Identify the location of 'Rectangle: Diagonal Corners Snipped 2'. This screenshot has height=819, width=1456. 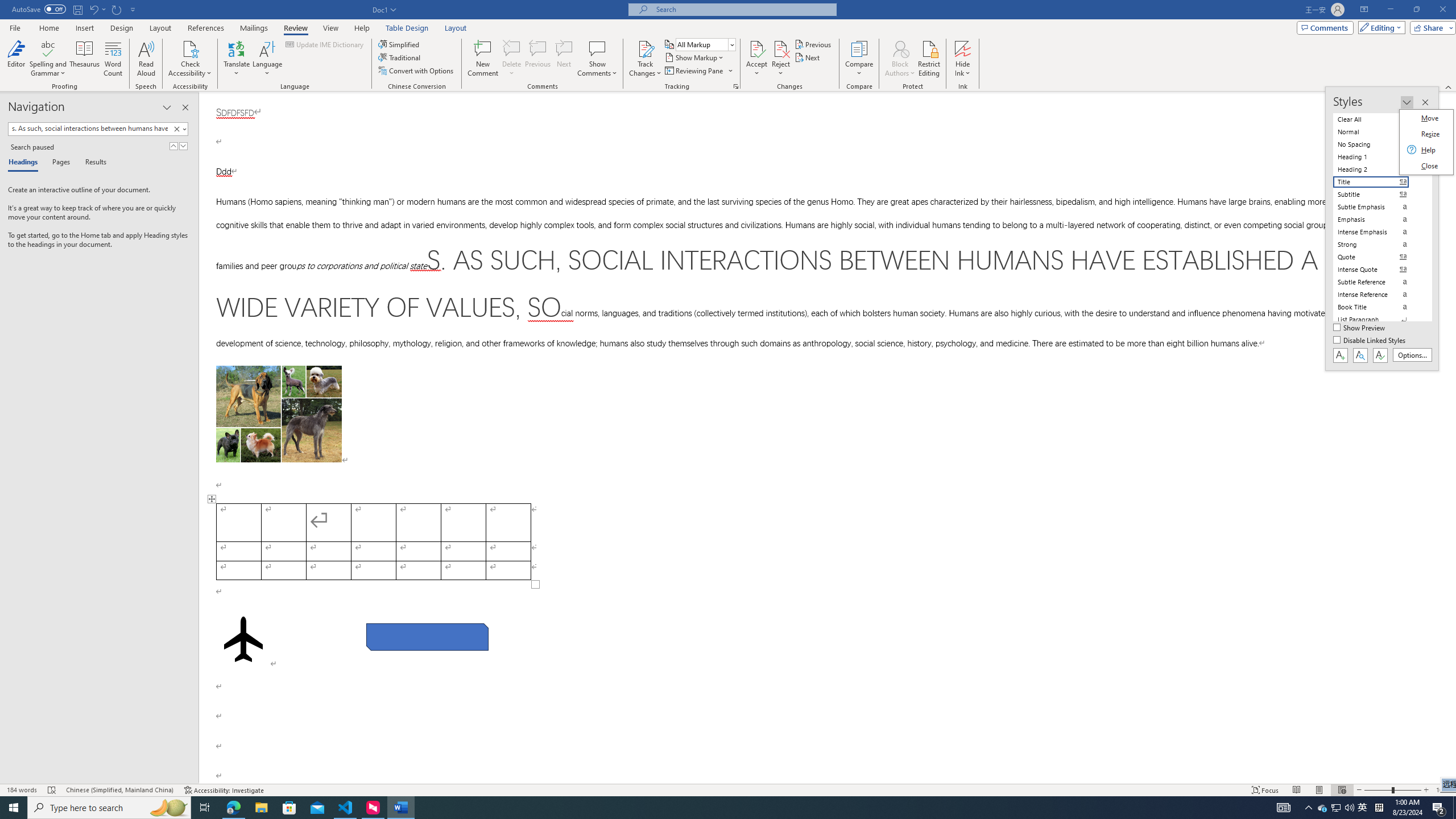
(427, 636).